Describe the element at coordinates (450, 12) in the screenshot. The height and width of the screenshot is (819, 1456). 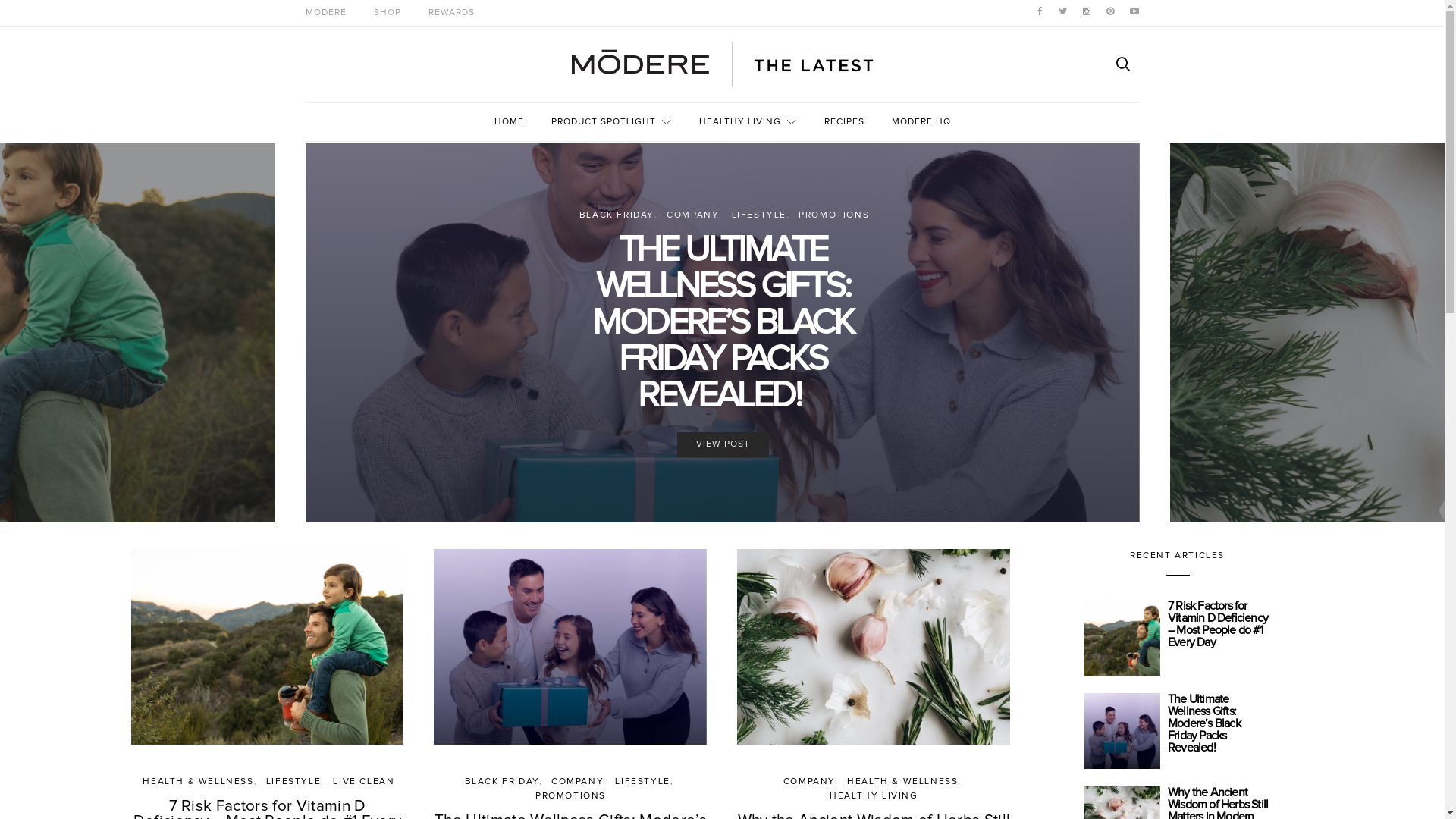
I see `'REWARDS'` at that location.